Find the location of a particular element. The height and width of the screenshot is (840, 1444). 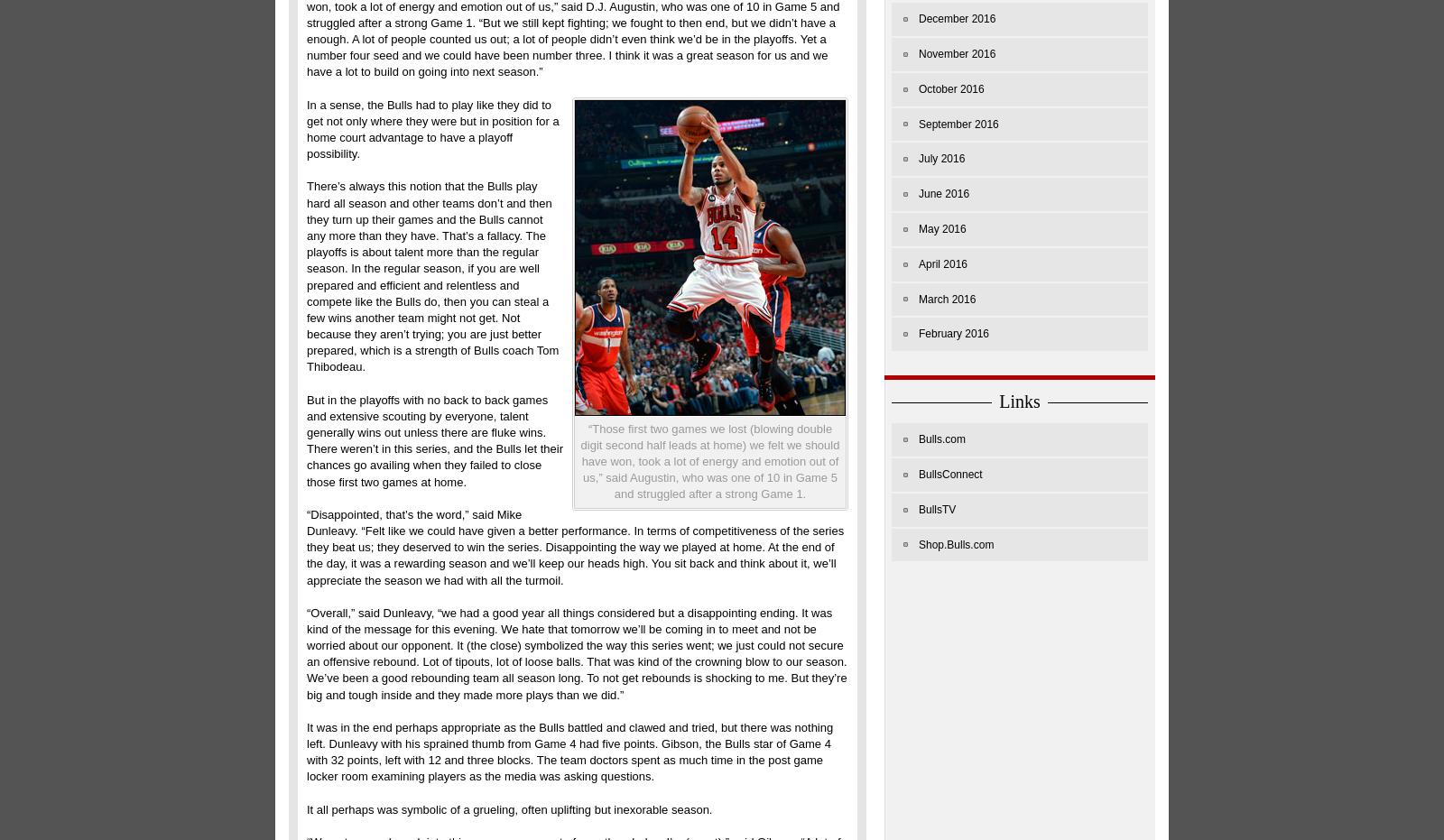

'It was in the end perhaps appropriate as the Bulls battled and clawed and tried, but there was nothing left. Dunleavy with his sprained thumb from Game 4 had five points. Gibson, the Bulls star of Game 4 with 32 points, left with 12 and three blocks. The team doctors spent as much time in the post game locker room examining players as the media was asking questions.' is located at coordinates (569, 750).